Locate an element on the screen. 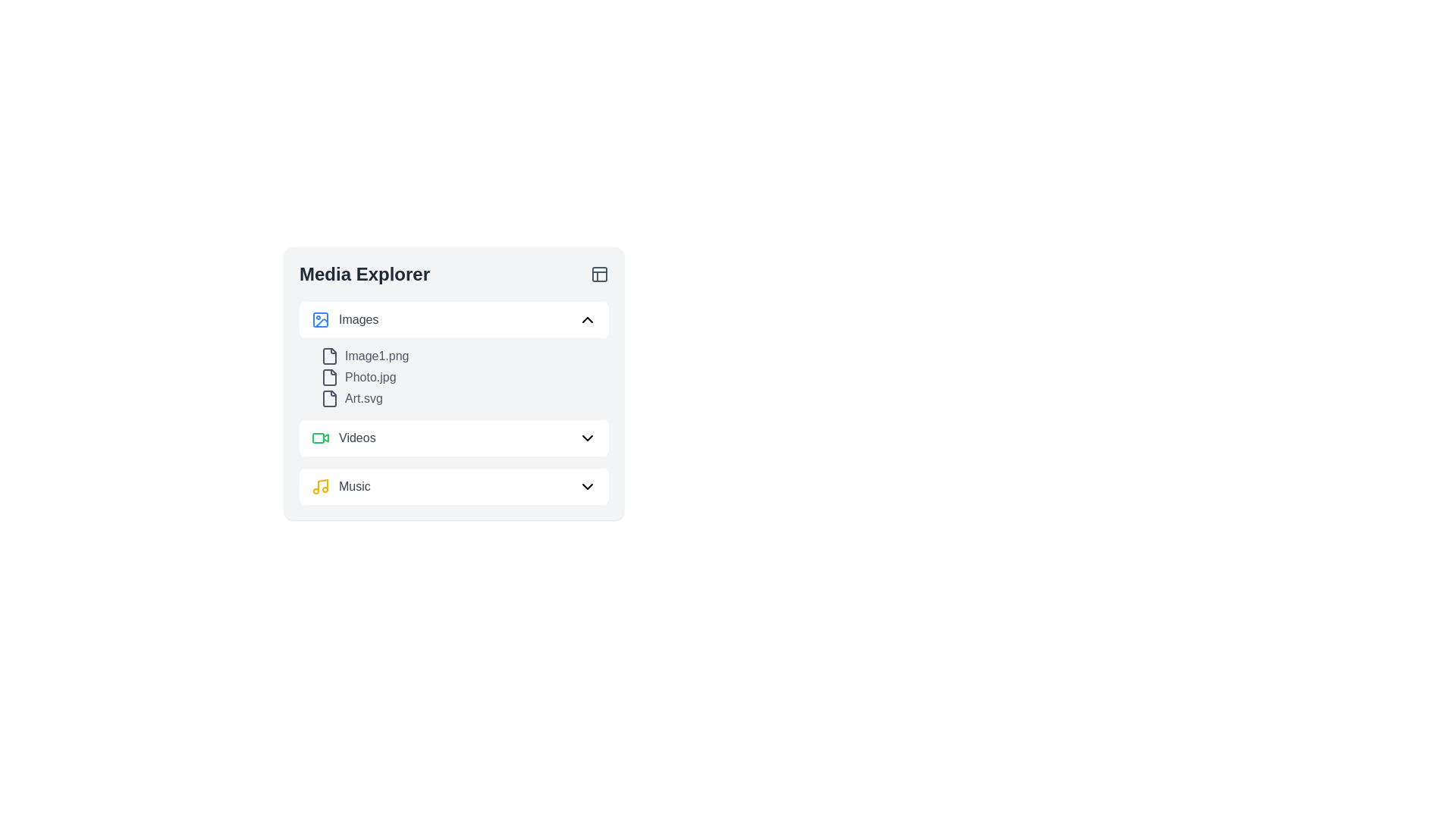  the Document icon representing a file, which is a small icon with an outlined design and a folded top-right corner, located to the left of the text 'Photo.jpg' in the 'Media Explorer' panel is located at coordinates (329, 376).